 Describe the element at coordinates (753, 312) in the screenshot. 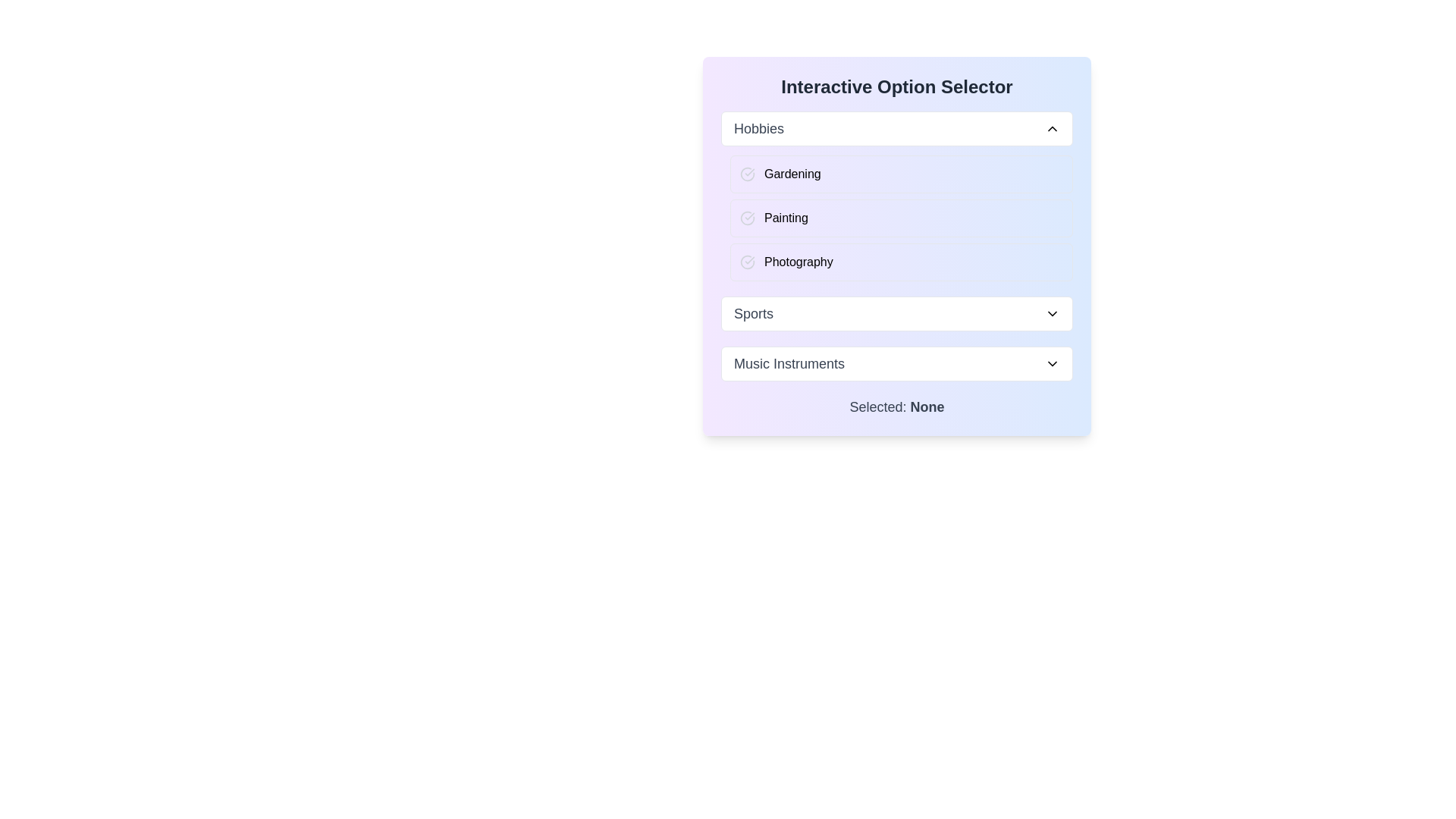

I see `text label displaying 'Sports' in gray color located in the middle section of the dropdown menu interface` at that location.